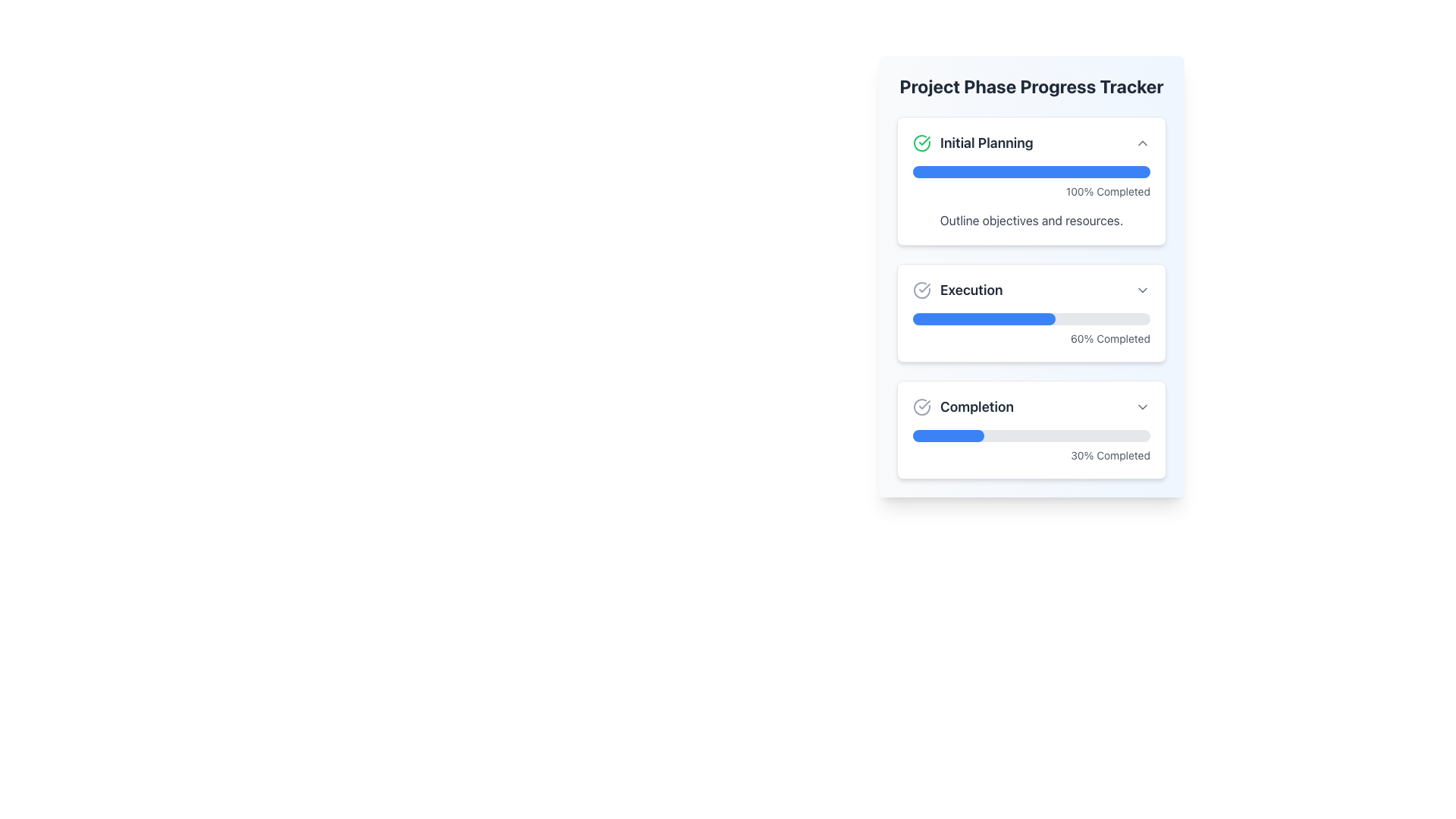 The image size is (1456, 819). I want to click on the blue filled portion of the progress bar segment indicating 30% completion in the 'Project Phase Progress Tracker', so click(947, 435).